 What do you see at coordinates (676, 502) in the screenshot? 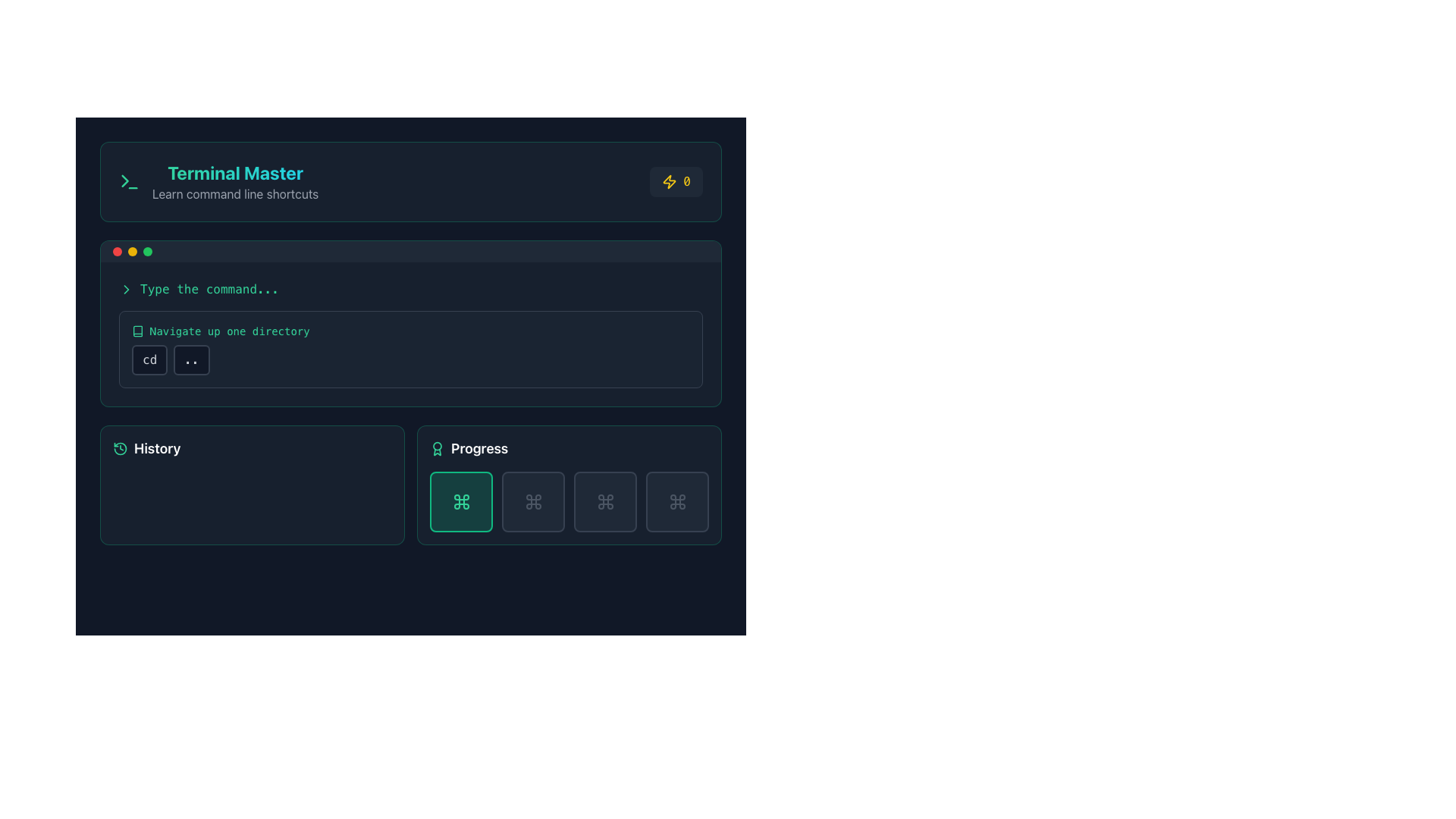
I see `the dark rectangular button with rounded corners, located at the bottom-right corner of the layout, inside the 'Progress' group` at bounding box center [676, 502].